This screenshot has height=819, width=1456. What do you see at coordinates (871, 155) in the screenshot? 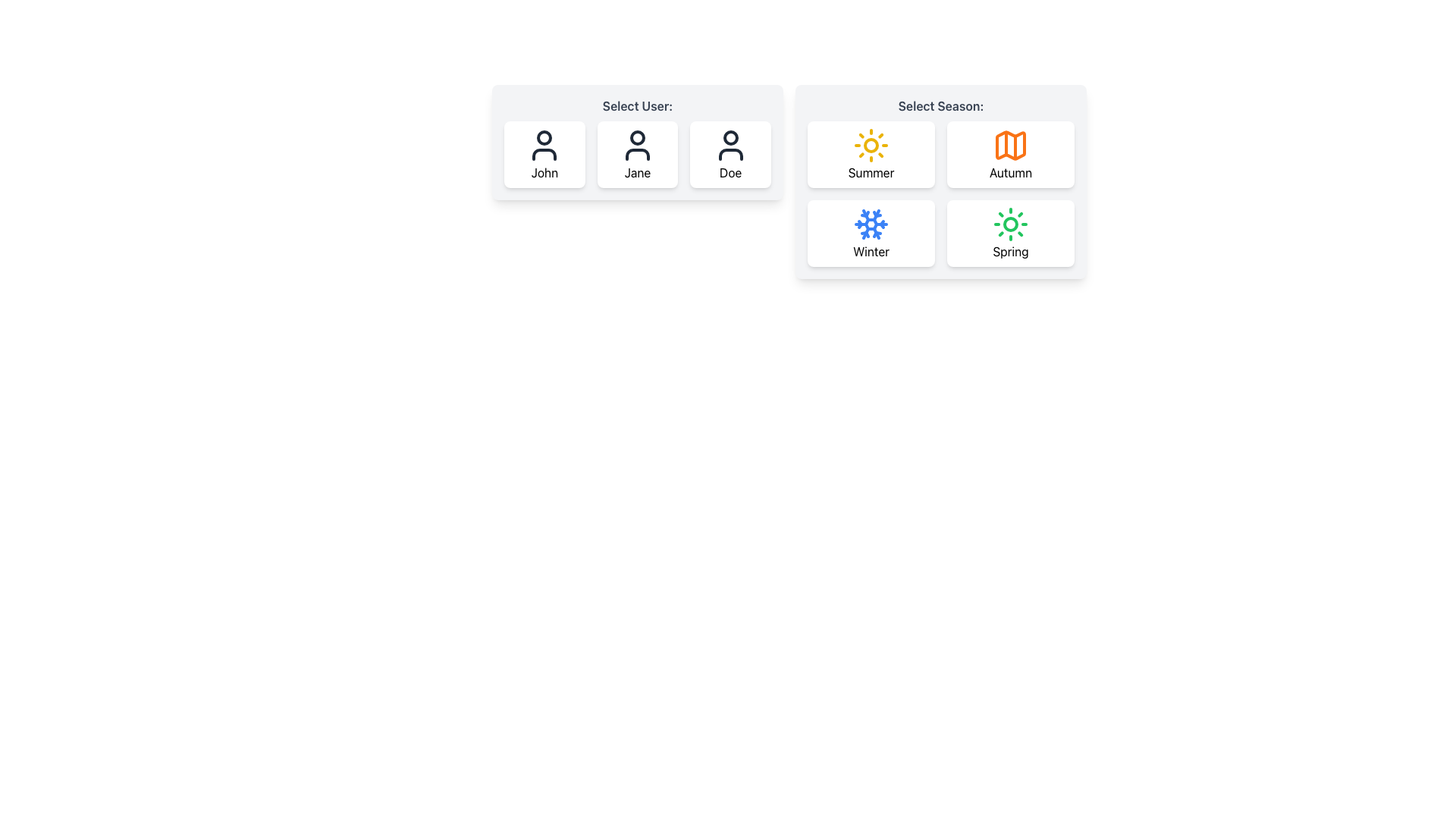
I see `the 'Summer' season selection button located in the top-left cell of the season selection grid` at bounding box center [871, 155].